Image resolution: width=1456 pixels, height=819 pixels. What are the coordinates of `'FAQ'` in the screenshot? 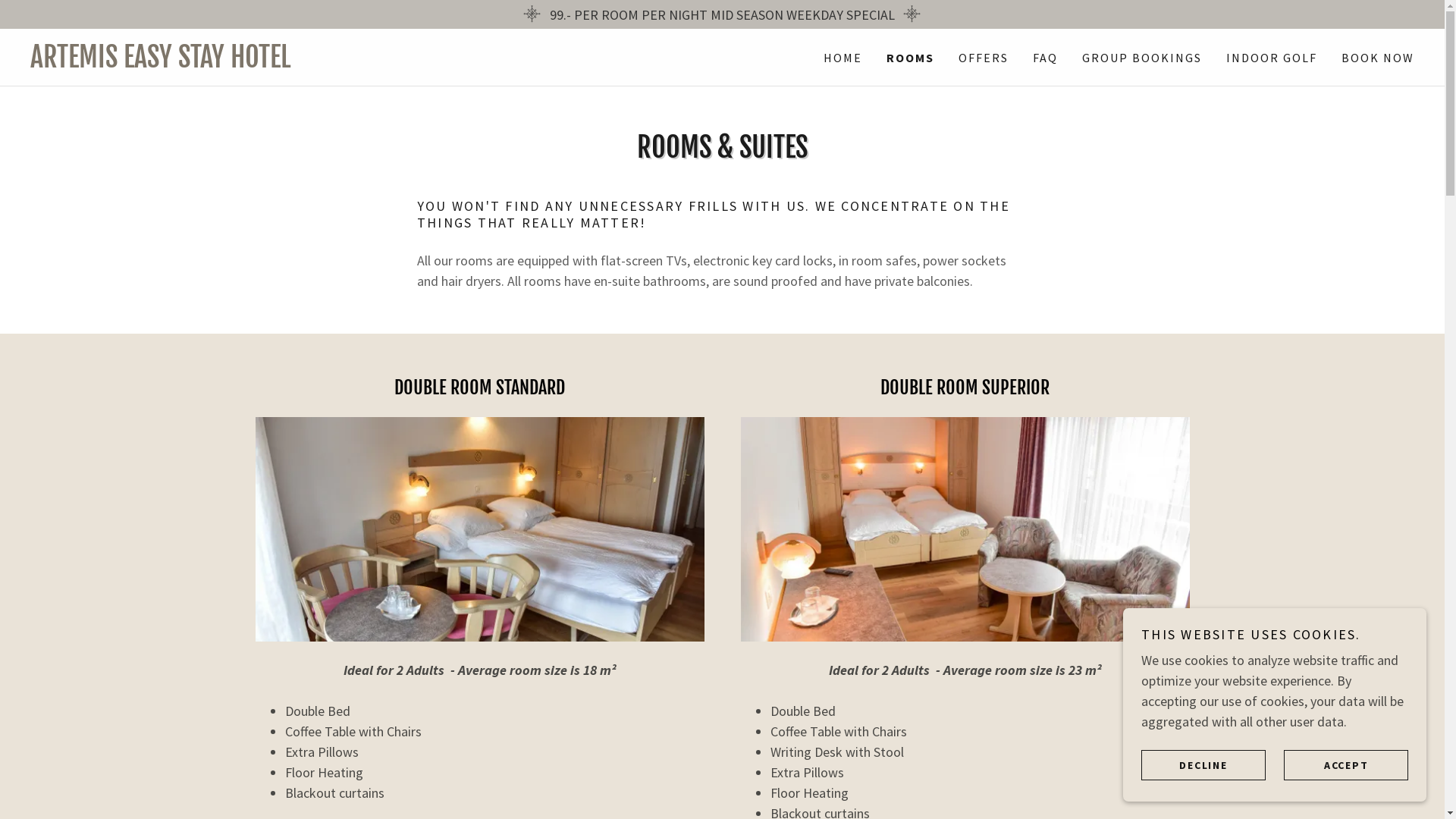 It's located at (1028, 57).